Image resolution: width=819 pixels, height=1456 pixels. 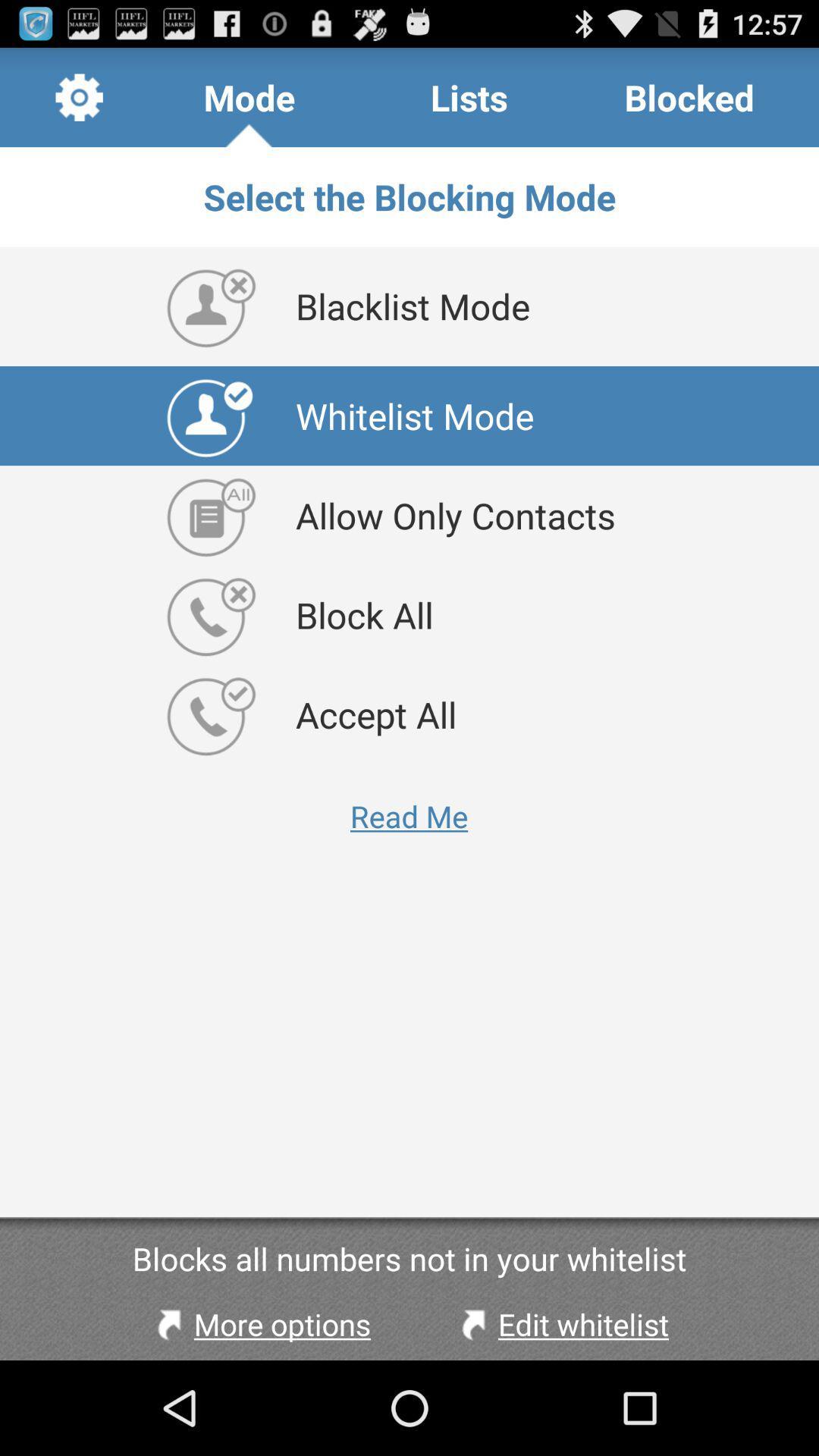 I want to click on blocked item, so click(x=689, y=96).